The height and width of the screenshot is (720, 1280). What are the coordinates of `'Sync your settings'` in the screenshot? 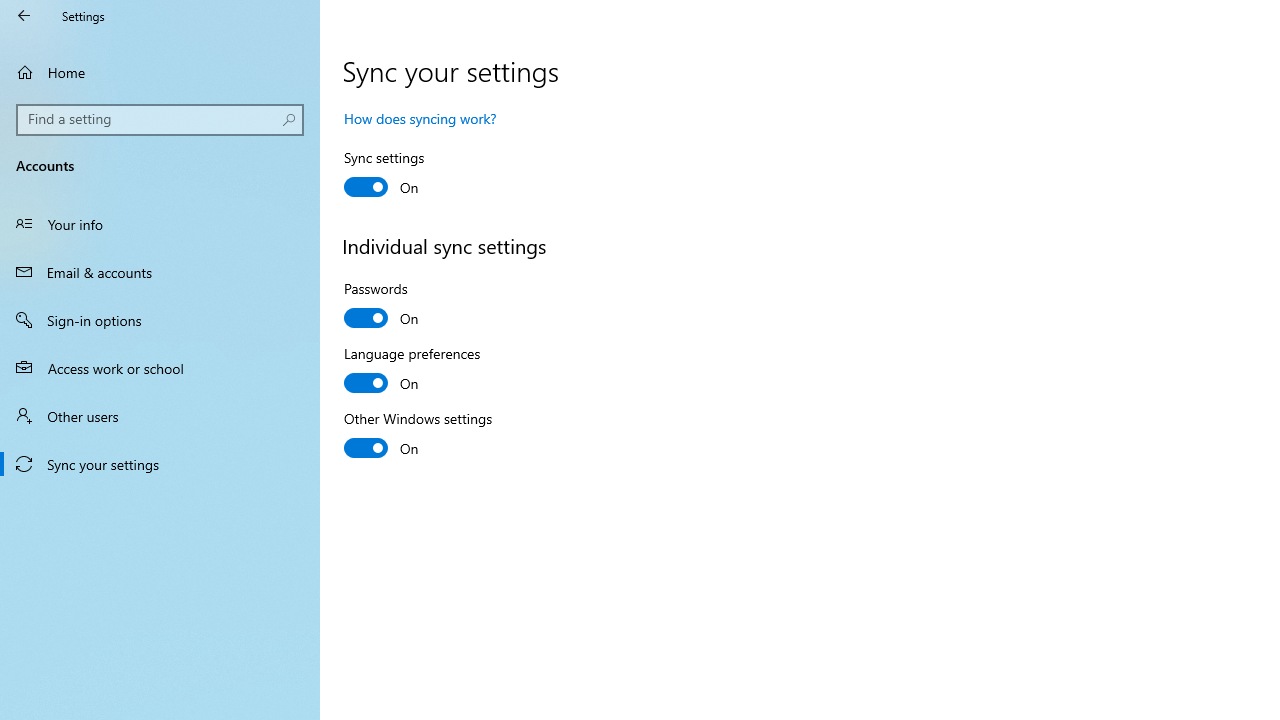 It's located at (160, 464).